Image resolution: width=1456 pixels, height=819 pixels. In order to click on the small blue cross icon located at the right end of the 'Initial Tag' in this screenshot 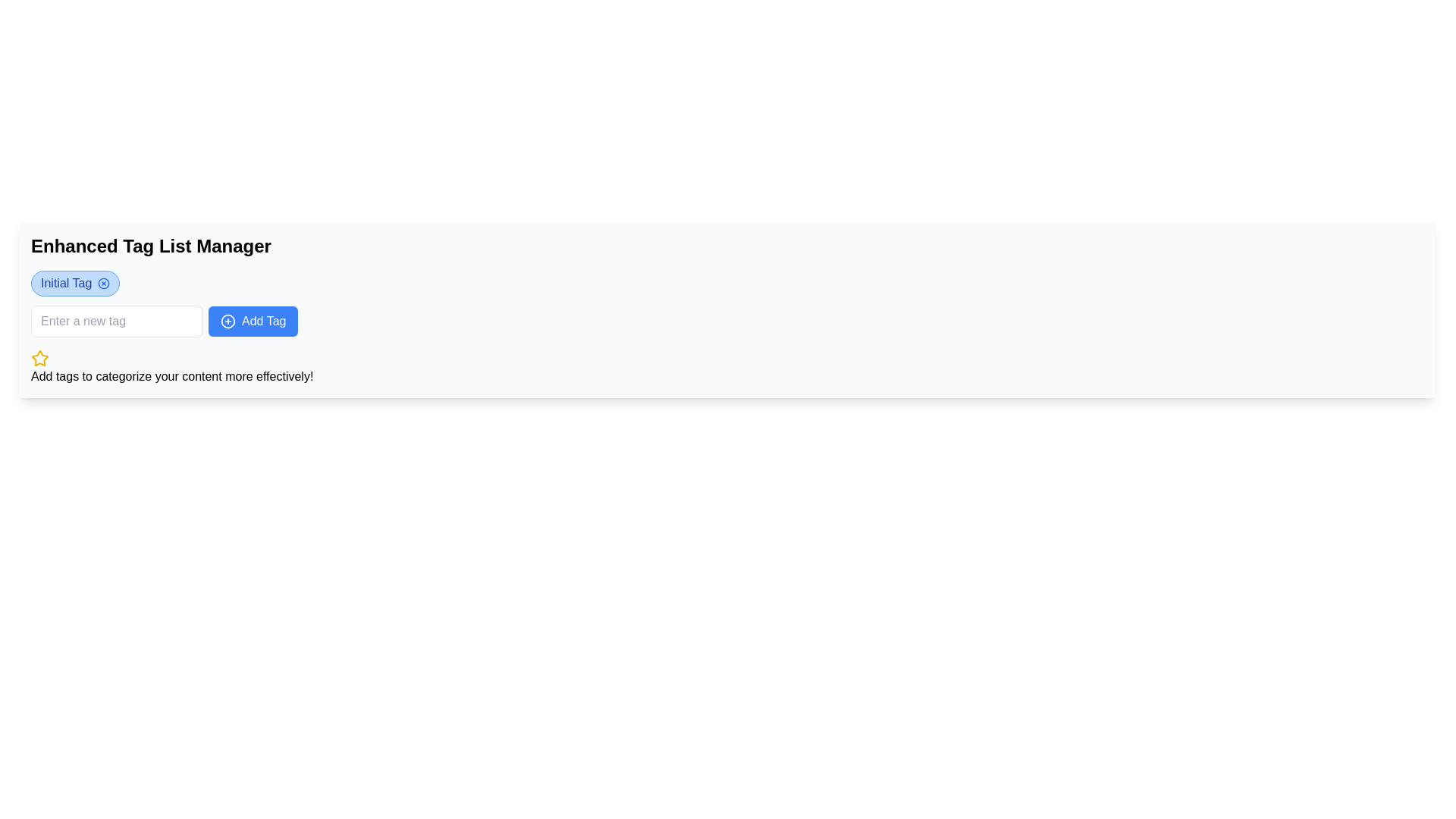, I will do `click(103, 284)`.